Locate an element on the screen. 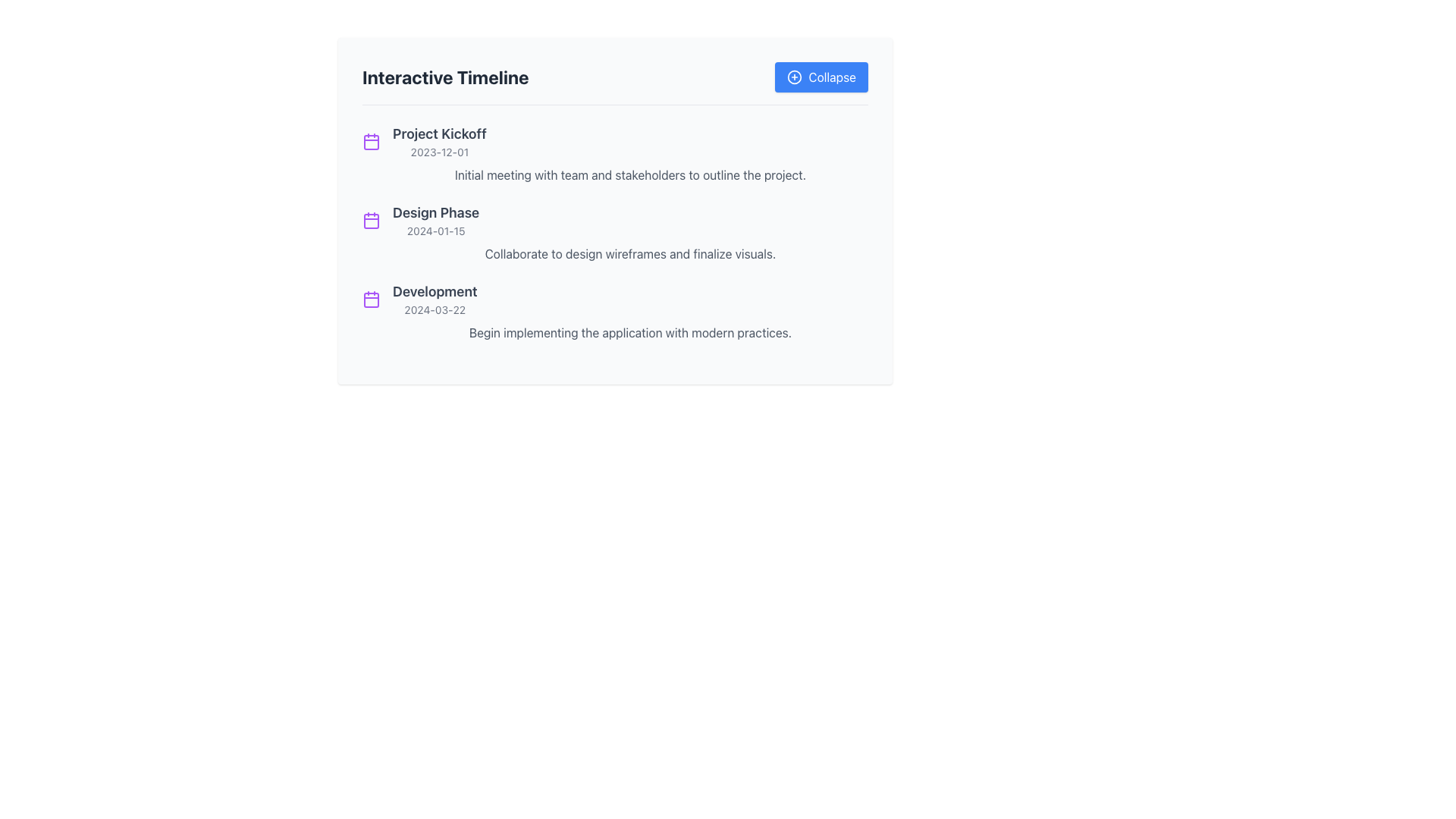 The height and width of the screenshot is (819, 1456). the text label displaying 'Development' in bold, large, dark-gray font located under the 'Interactive Timeline' heading is located at coordinates (434, 292).